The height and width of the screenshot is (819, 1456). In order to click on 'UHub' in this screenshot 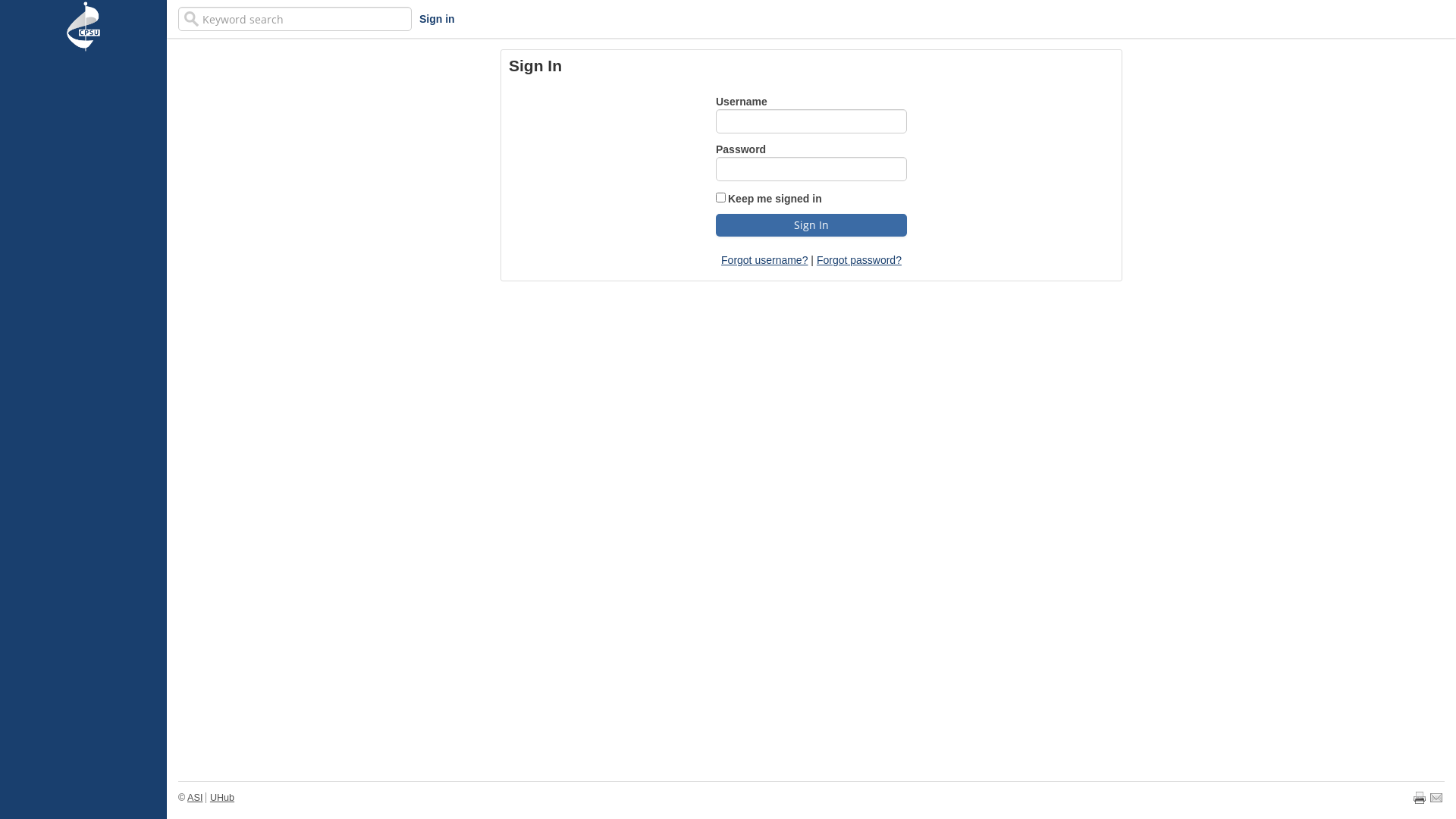, I will do `click(221, 797)`.